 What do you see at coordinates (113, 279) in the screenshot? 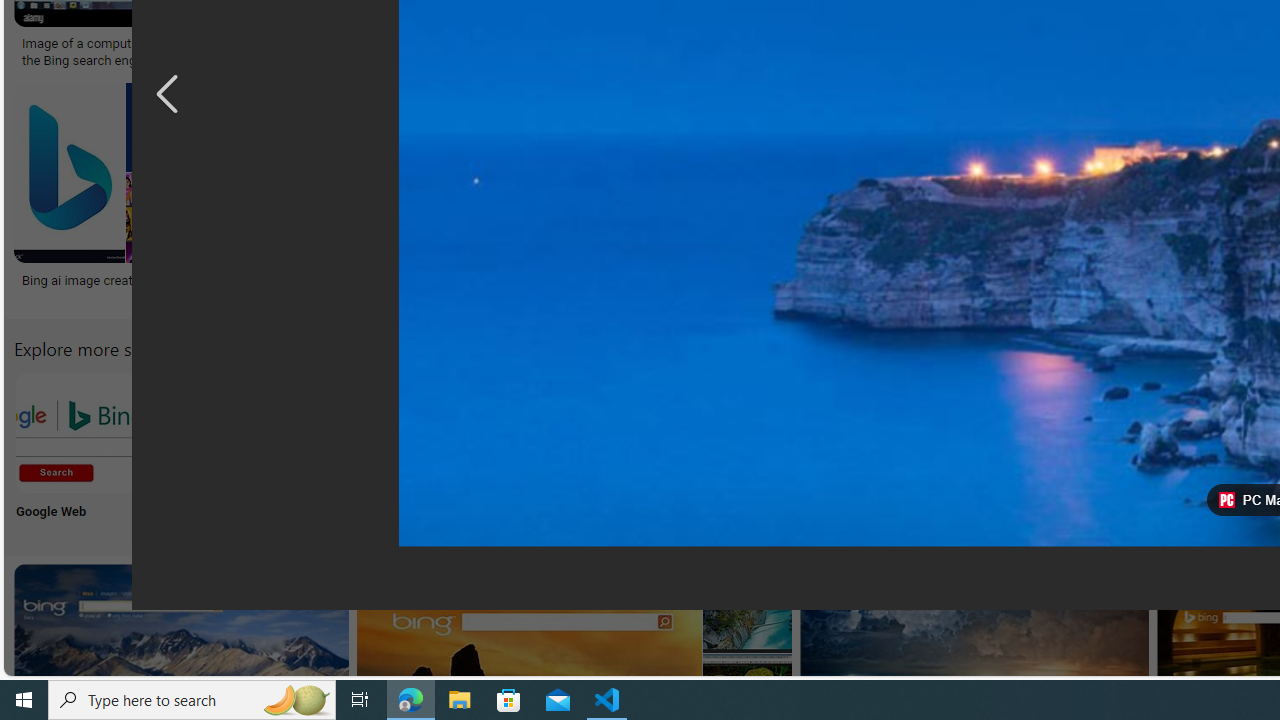
I see `'Bing ai image creator'` at bounding box center [113, 279].